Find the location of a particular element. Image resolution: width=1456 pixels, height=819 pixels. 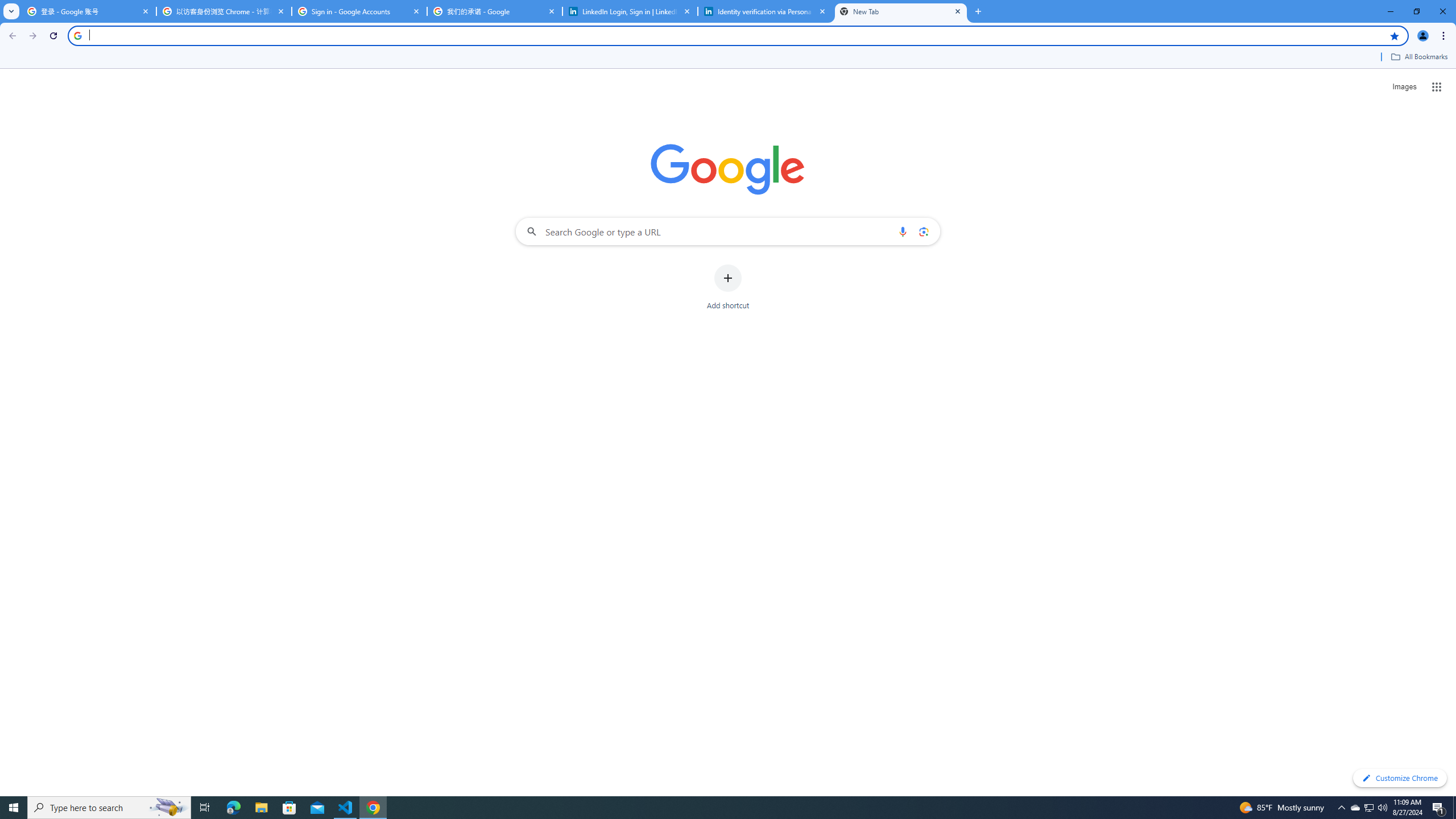

'Minimize' is located at coordinates (1389, 11).